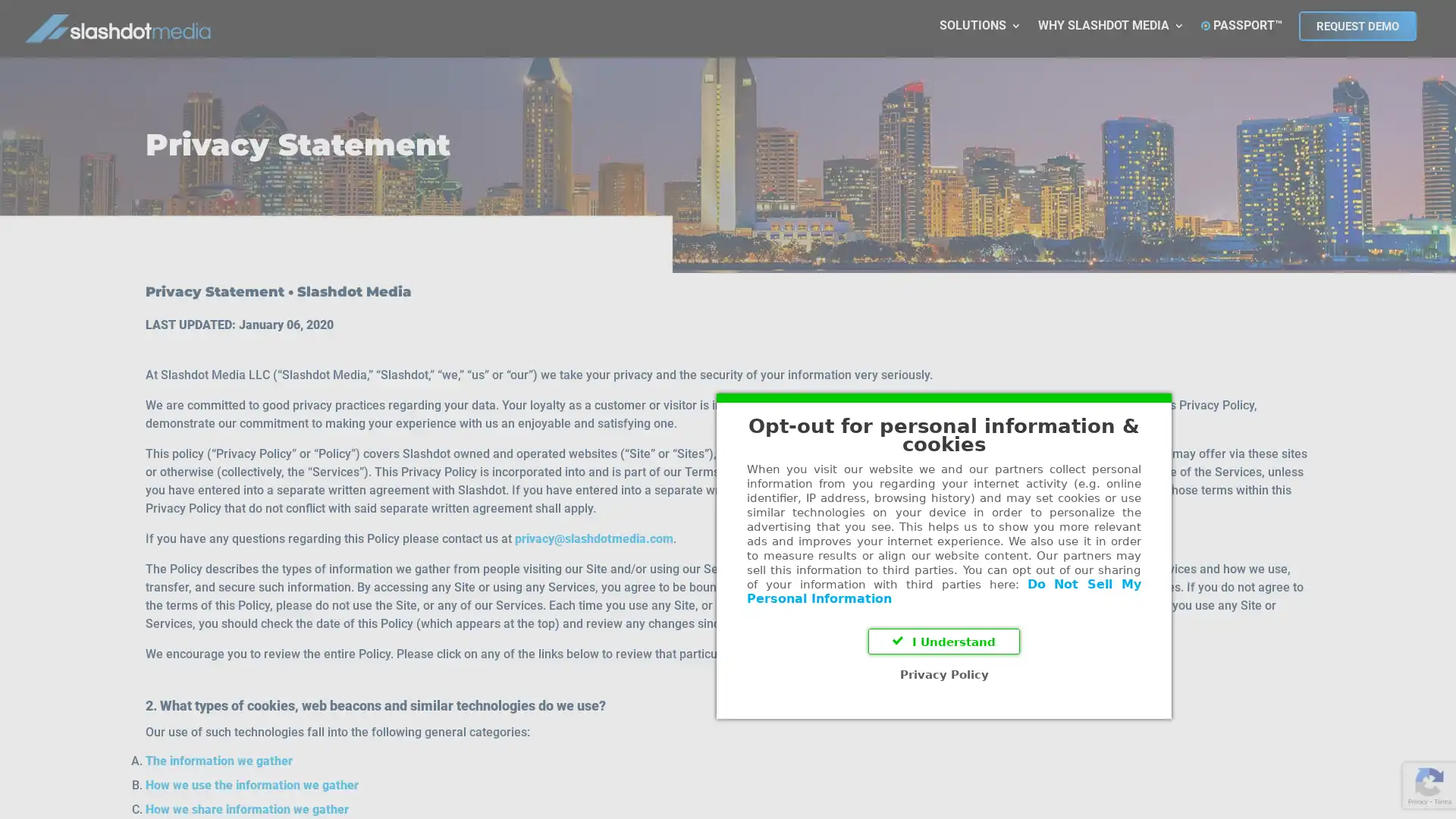 This screenshot has height=819, width=1456. What do you see at coordinates (728, 494) in the screenshot?
I see `I Understand` at bounding box center [728, 494].